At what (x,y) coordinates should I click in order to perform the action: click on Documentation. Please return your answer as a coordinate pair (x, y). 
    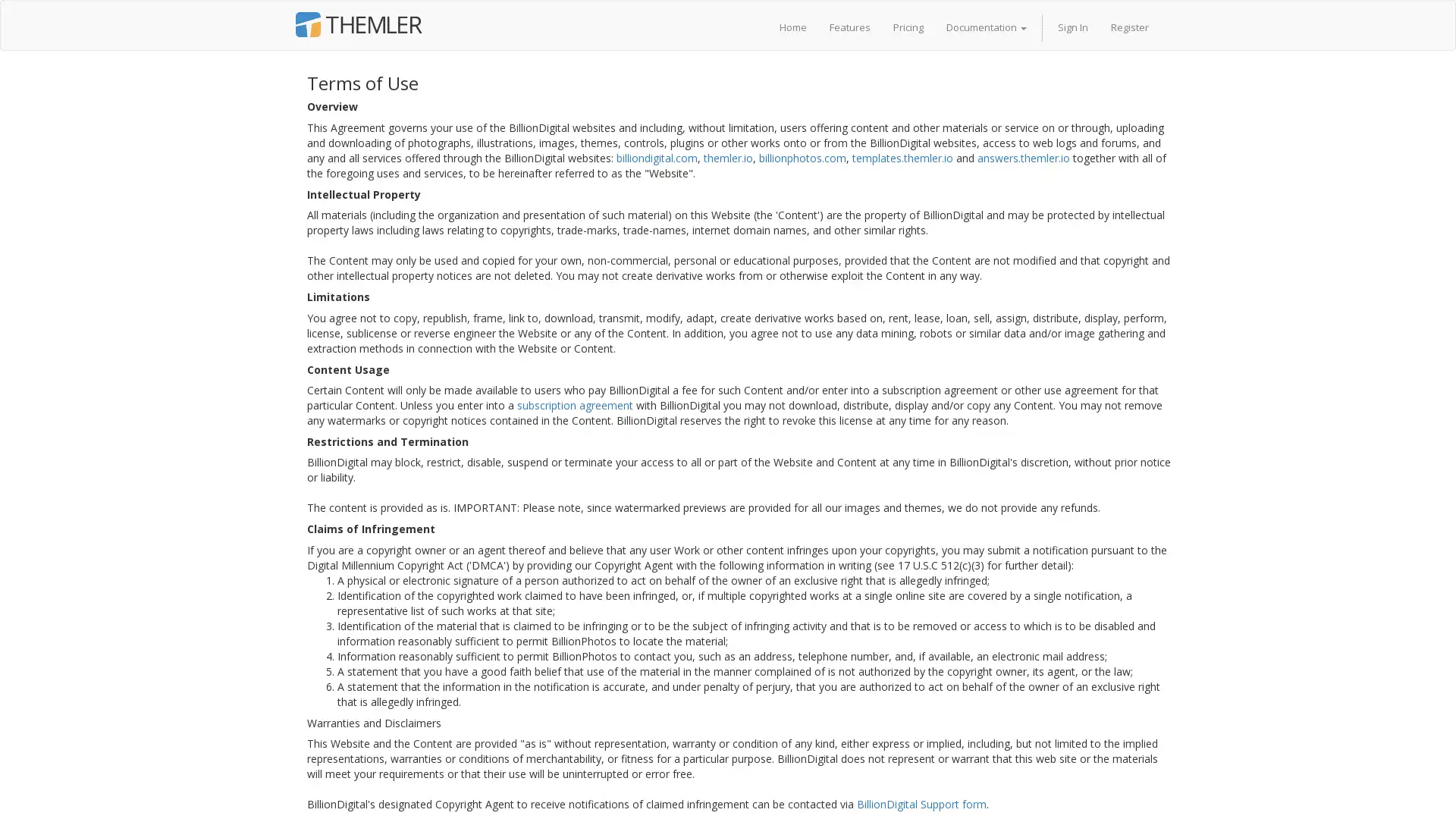
    Looking at the image, I should click on (986, 27).